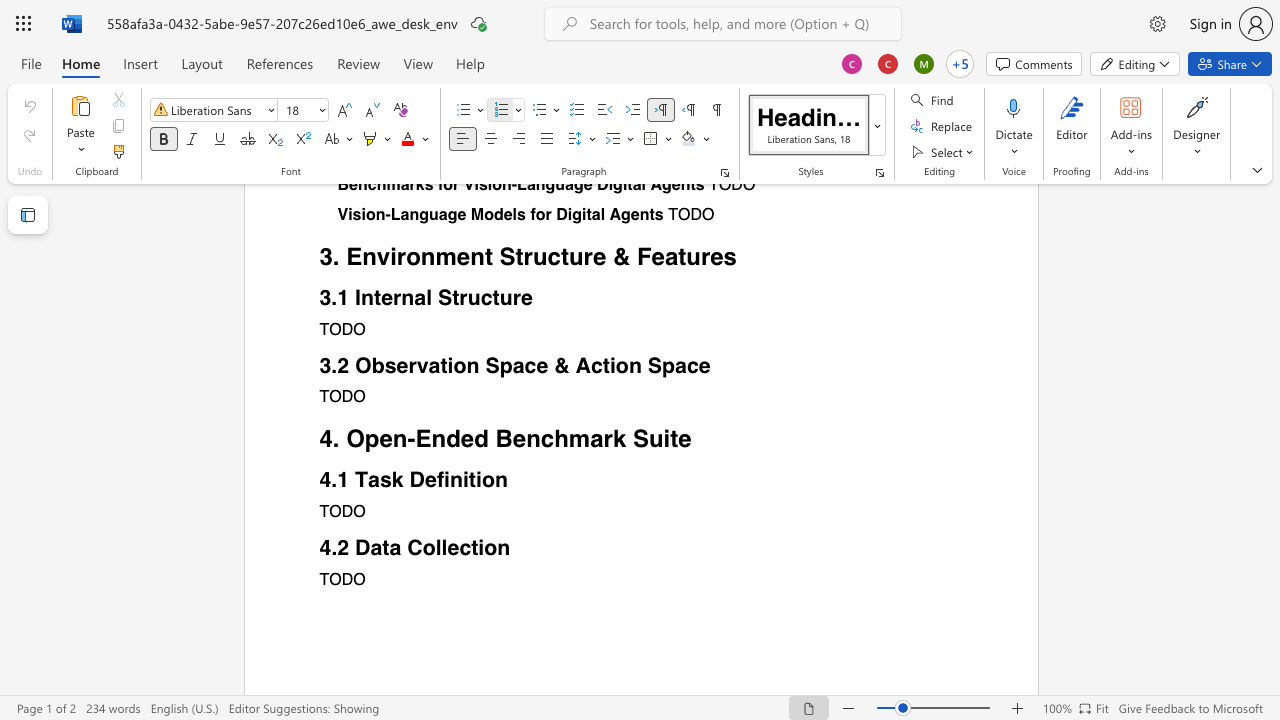 The height and width of the screenshot is (720, 1280). What do you see at coordinates (429, 479) in the screenshot?
I see `the 1th character "e" in the text` at bounding box center [429, 479].